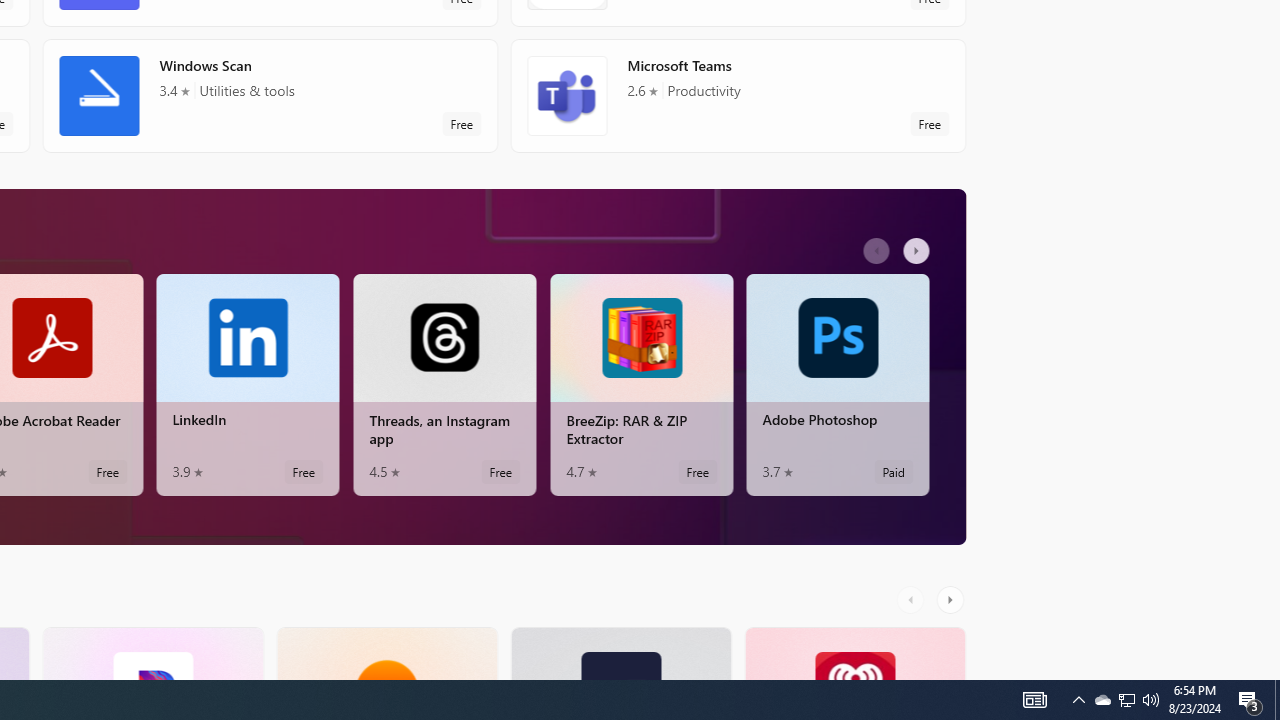 Image resolution: width=1280 pixels, height=720 pixels. Describe the element at coordinates (151, 653) in the screenshot. I see `'Pandora. Average rating of 4.5 out of five stars. Free  '` at that location.